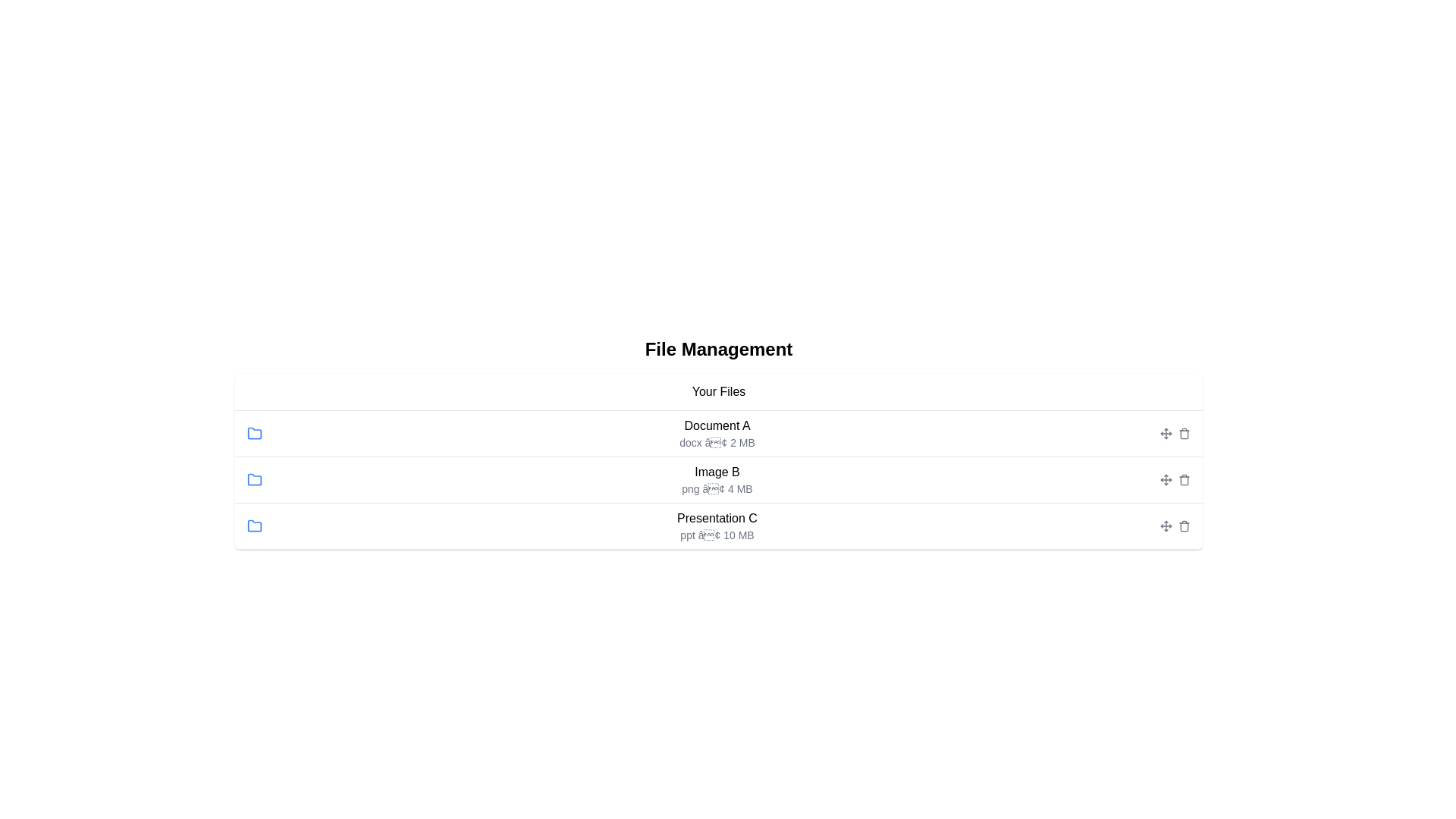 The image size is (1456, 819). Describe the element at coordinates (1165, 479) in the screenshot. I see `the Icon Button located to the left of the delete icon in the row corresponding to 'Image B'` at that location.